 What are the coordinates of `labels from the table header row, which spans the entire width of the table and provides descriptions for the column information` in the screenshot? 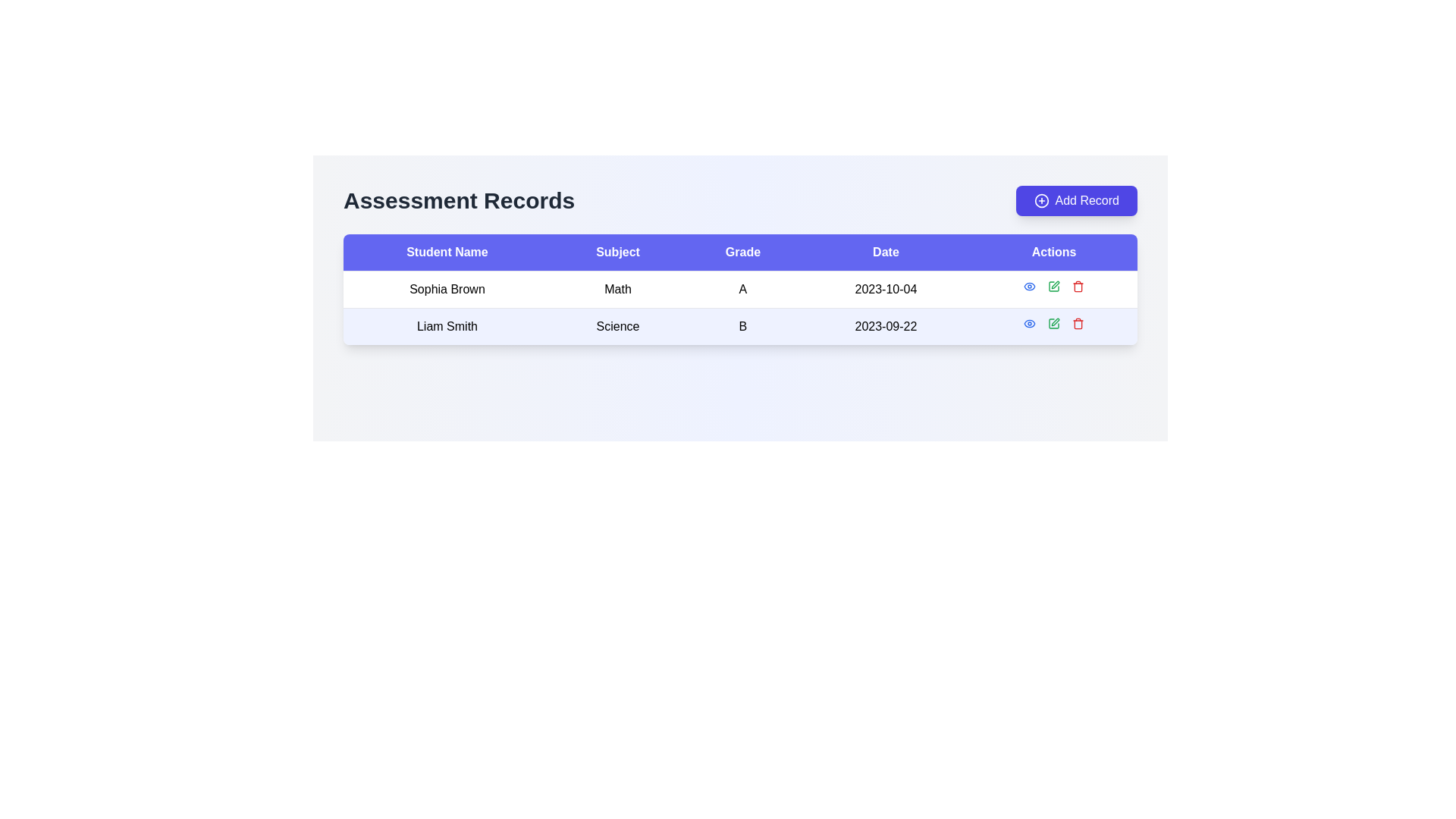 It's located at (740, 252).